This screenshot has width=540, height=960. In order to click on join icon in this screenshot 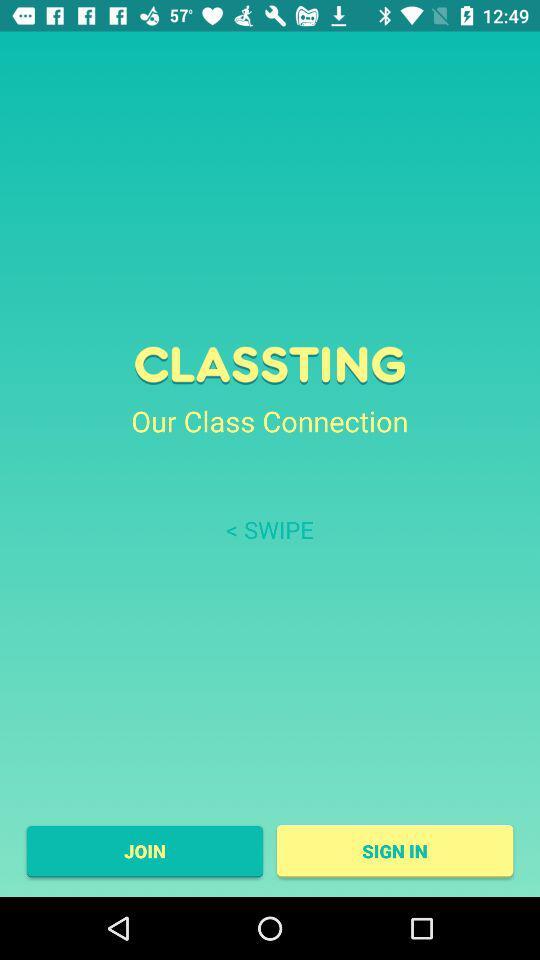, I will do `click(143, 850)`.